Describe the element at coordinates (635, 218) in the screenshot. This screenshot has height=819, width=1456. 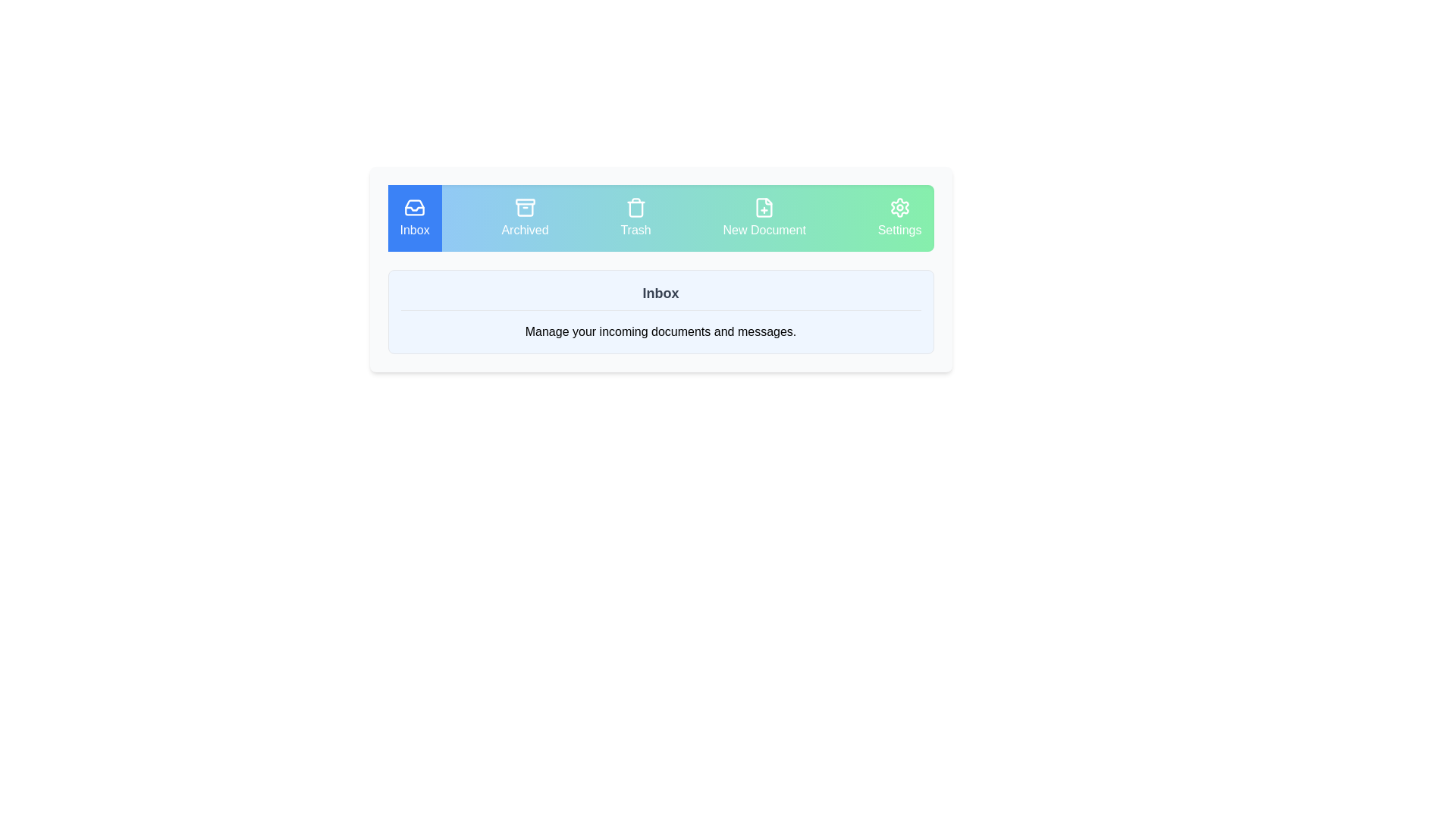
I see `the tab labeled Trash to observe its highlighted styling` at that location.